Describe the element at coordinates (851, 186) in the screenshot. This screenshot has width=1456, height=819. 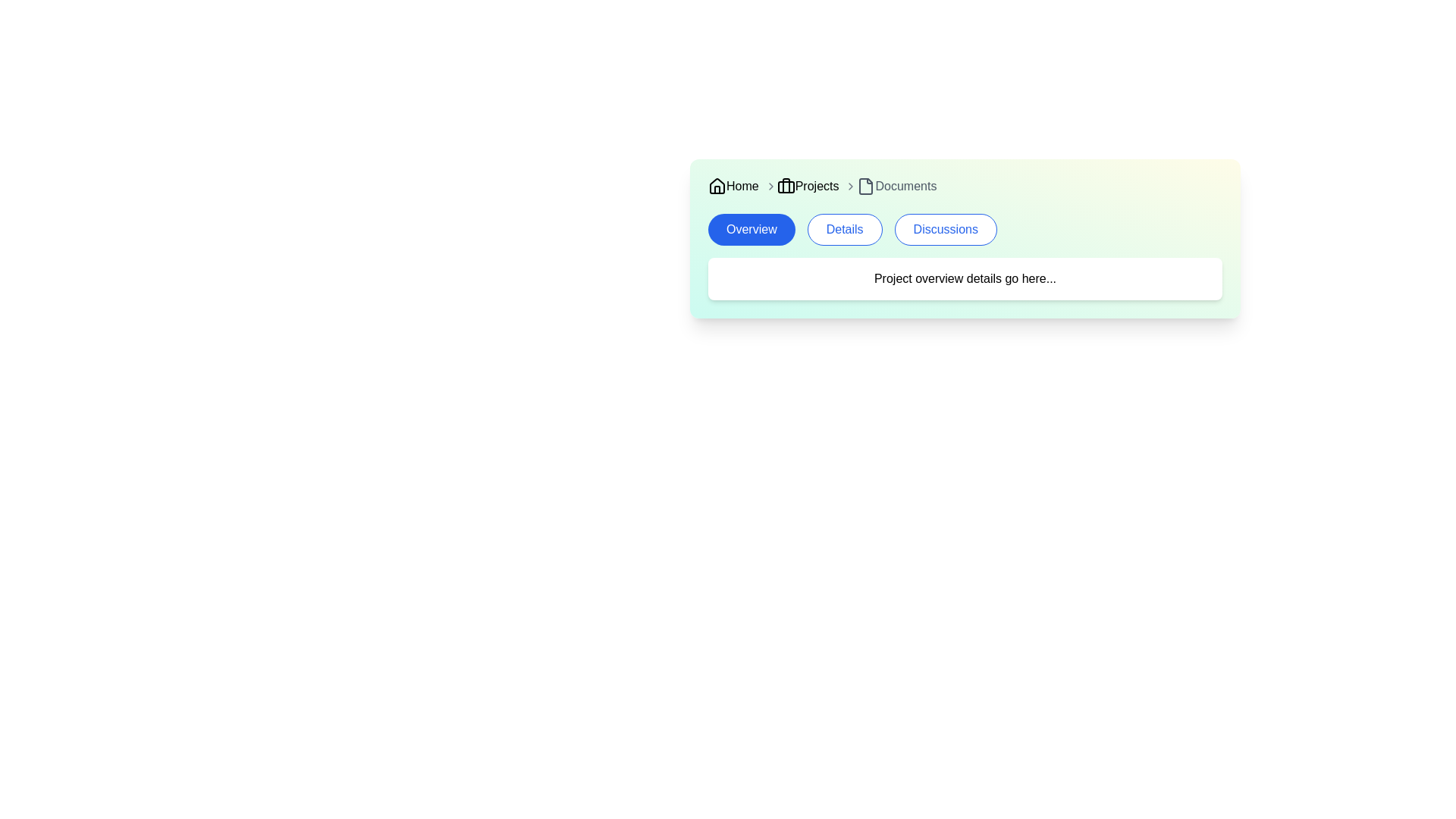
I see `the Rightward-Pointing Chevron Separator Icon located in the breadcrumb navigation bar between 'Projects' and 'Documents'` at that location.